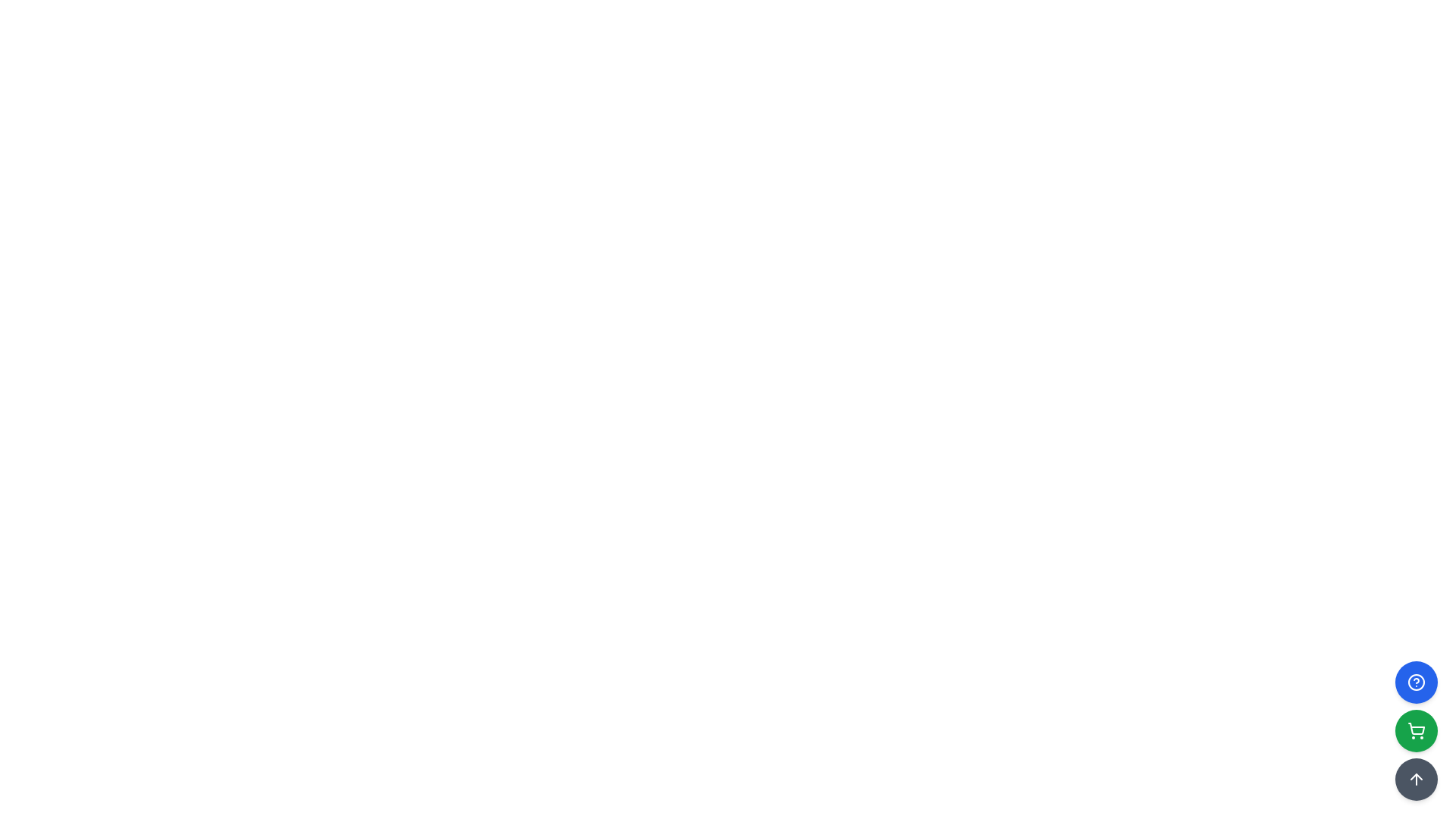  What do you see at coordinates (1415, 780) in the screenshot?
I see `the small upward-pointing arrow icon located at the center of the circular button in the bottom-right corner of the interface for interaction feedback` at bounding box center [1415, 780].